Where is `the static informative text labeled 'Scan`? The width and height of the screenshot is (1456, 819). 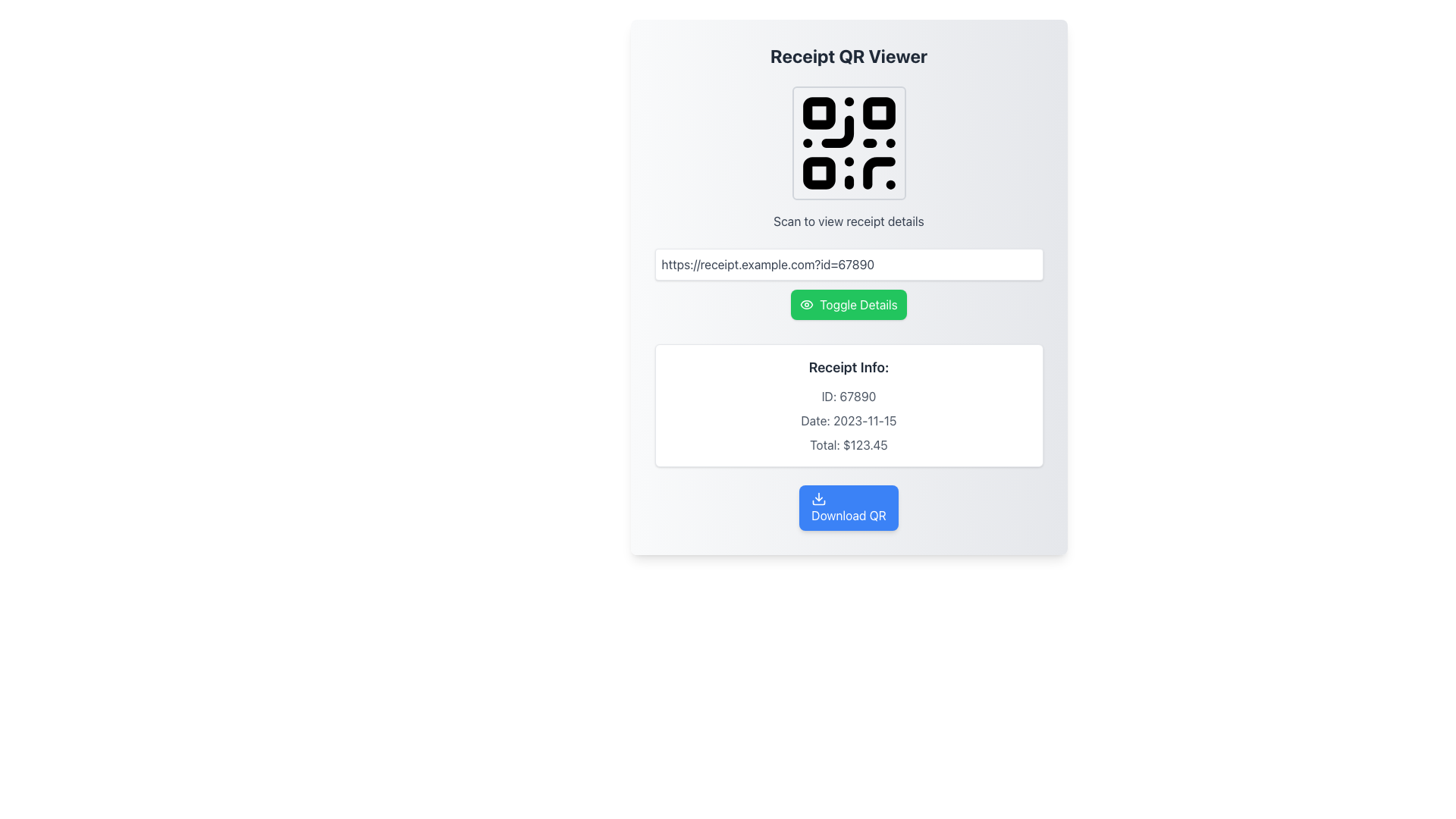
the static informative text labeled 'Scan is located at coordinates (848, 221).